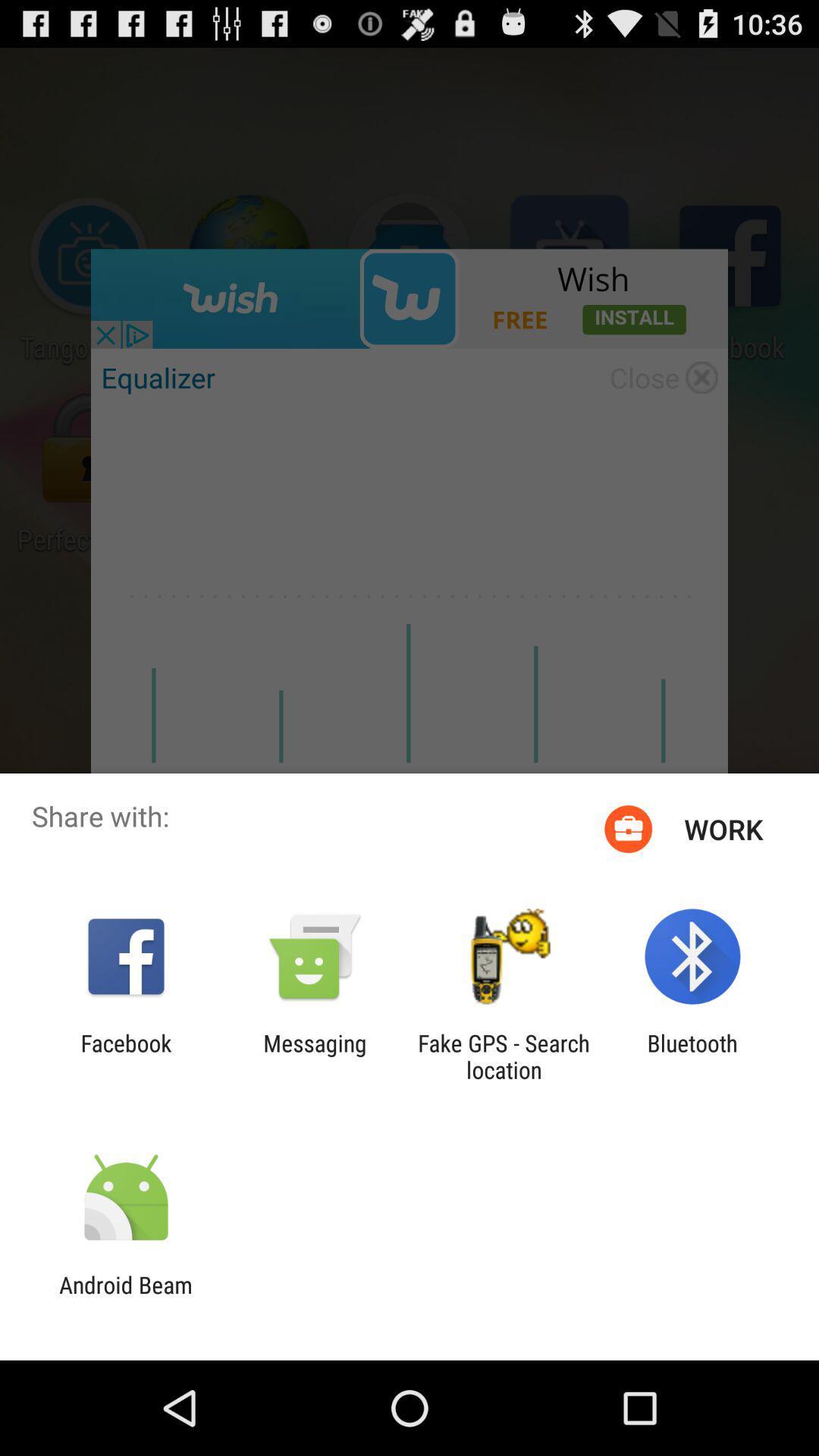 The image size is (819, 1456). What do you see at coordinates (692, 1056) in the screenshot?
I see `bluetooth` at bounding box center [692, 1056].